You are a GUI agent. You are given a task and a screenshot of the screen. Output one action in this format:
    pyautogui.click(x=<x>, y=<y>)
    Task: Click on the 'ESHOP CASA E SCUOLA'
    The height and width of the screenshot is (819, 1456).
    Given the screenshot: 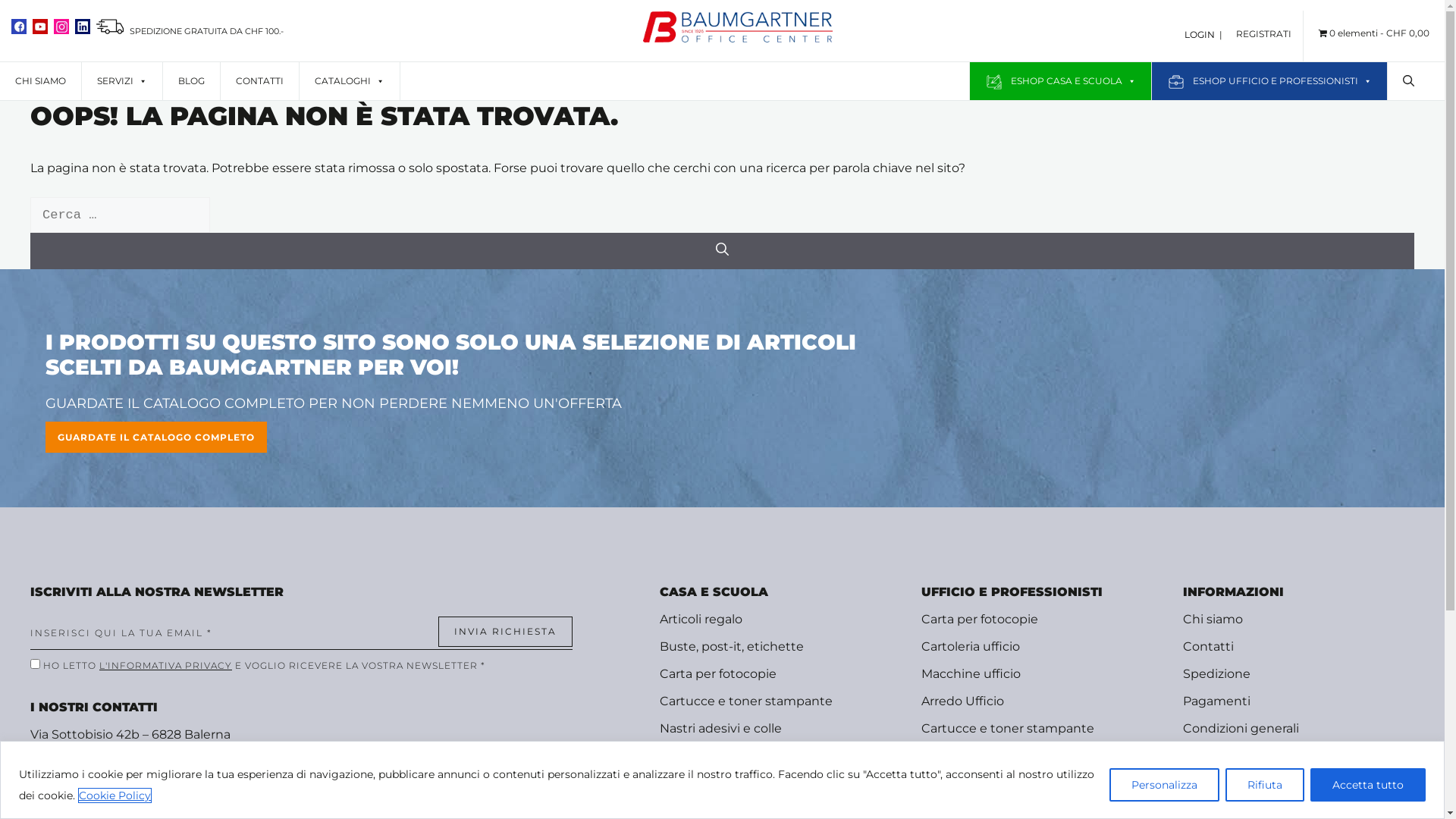 What is the action you would take?
    pyautogui.click(x=1059, y=81)
    